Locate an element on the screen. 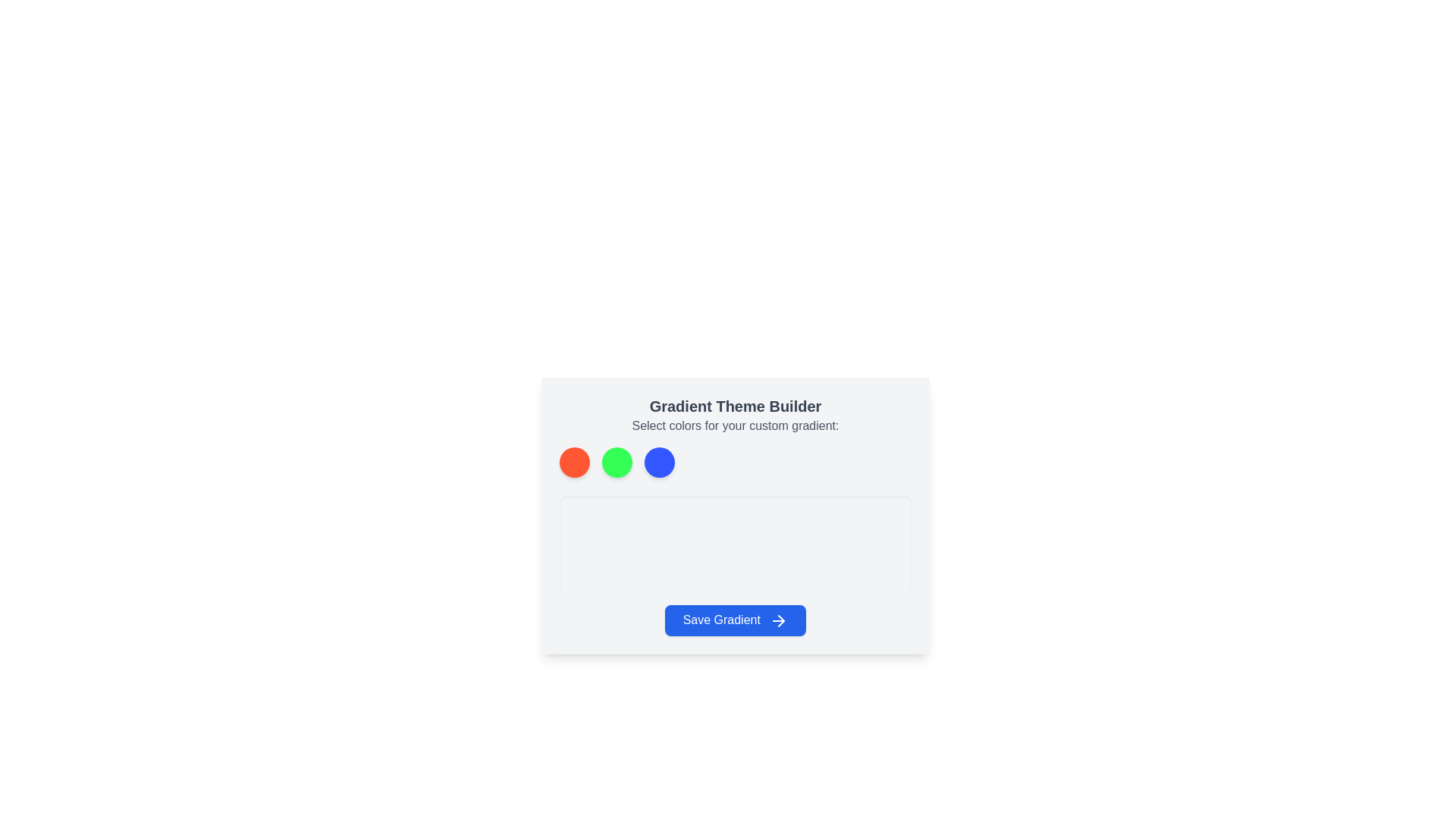 The width and height of the screenshot is (1456, 819). the second circular button in a group of three horizontally aligned buttons to observe any visual feedback is located at coordinates (617, 461).